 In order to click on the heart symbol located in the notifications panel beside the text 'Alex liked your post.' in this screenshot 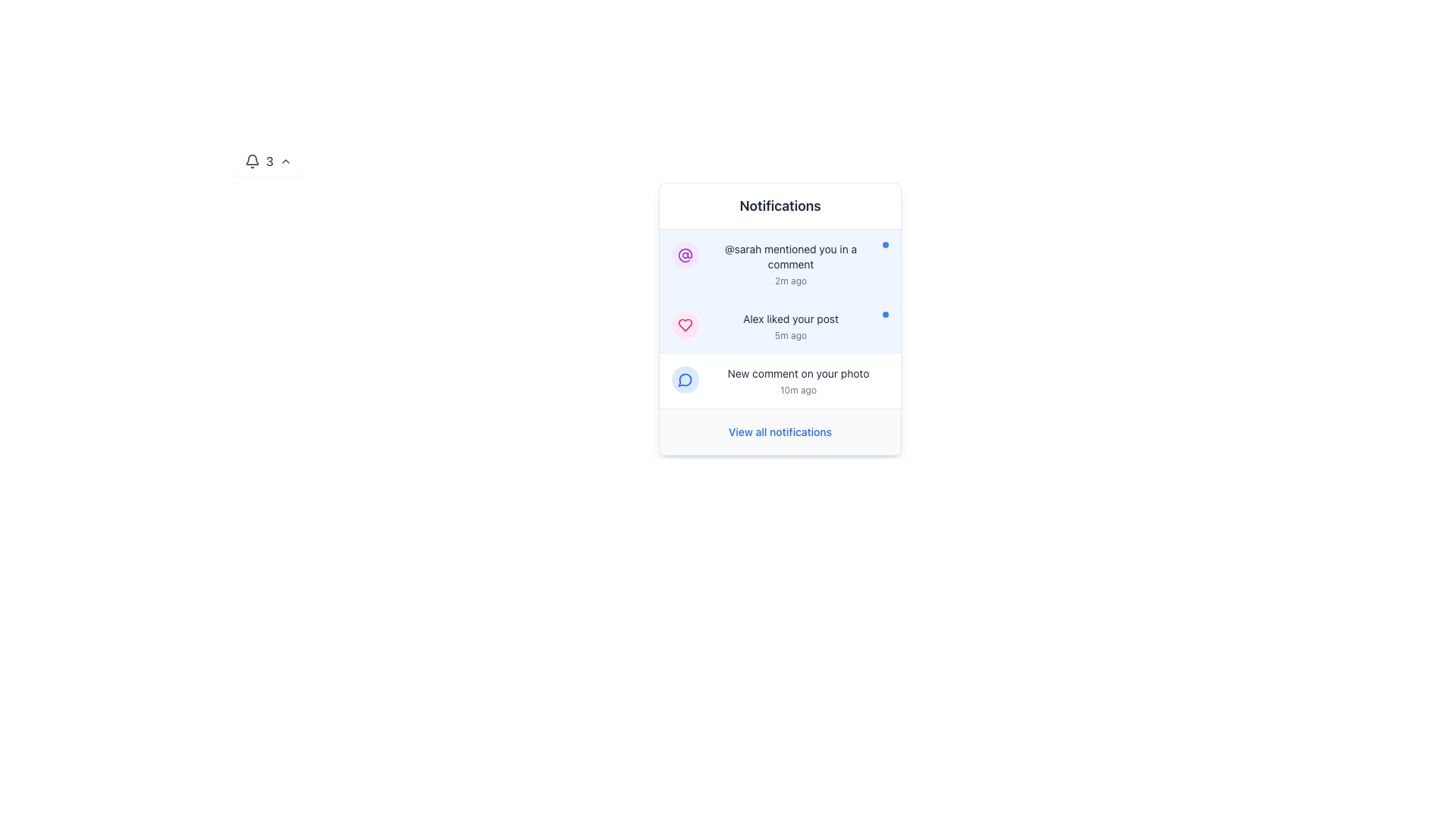, I will do `click(684, 324)`.